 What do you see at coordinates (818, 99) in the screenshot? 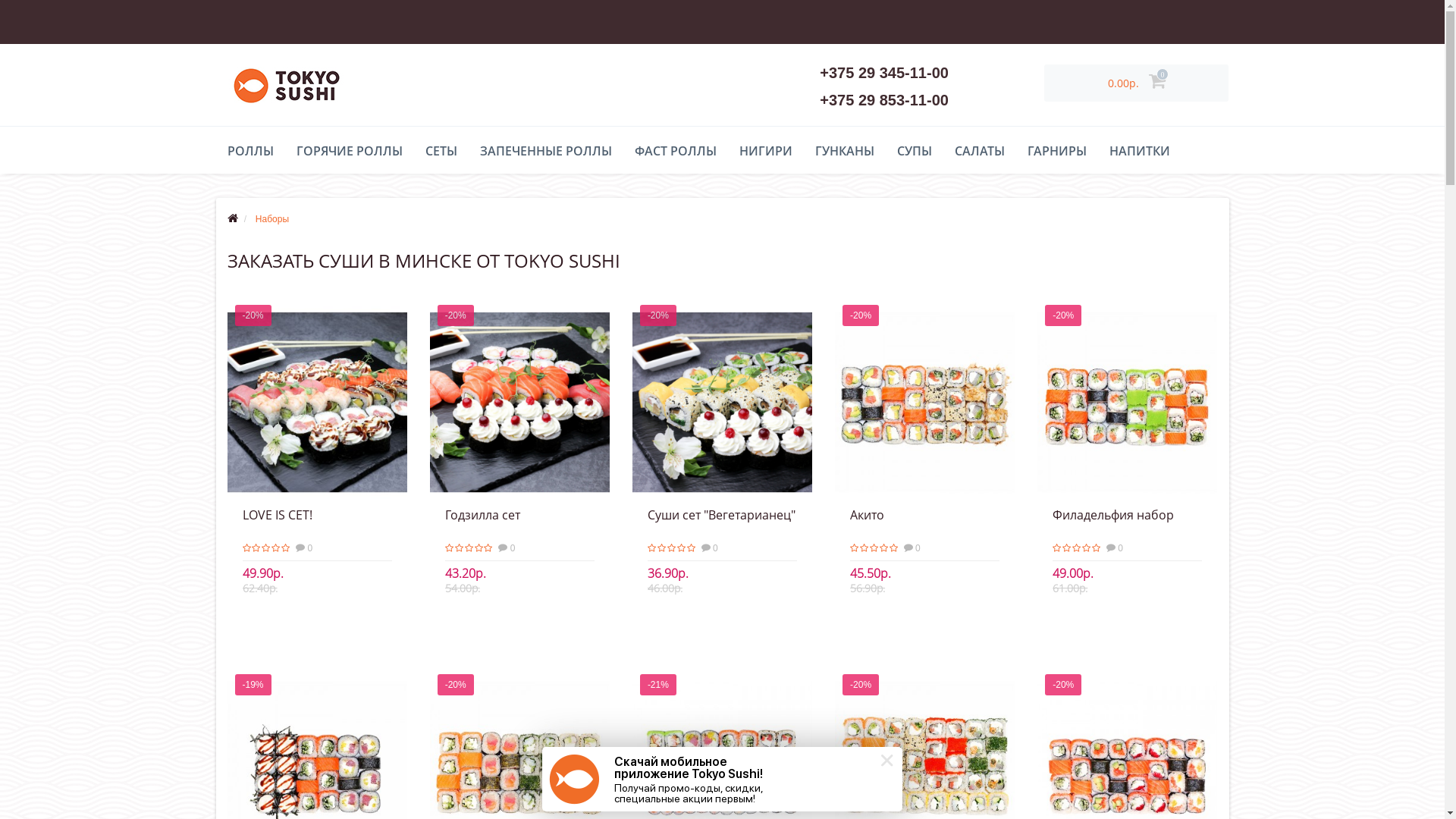
I see `'+375 29 853-11-00'` at bounding box center [818, 99].